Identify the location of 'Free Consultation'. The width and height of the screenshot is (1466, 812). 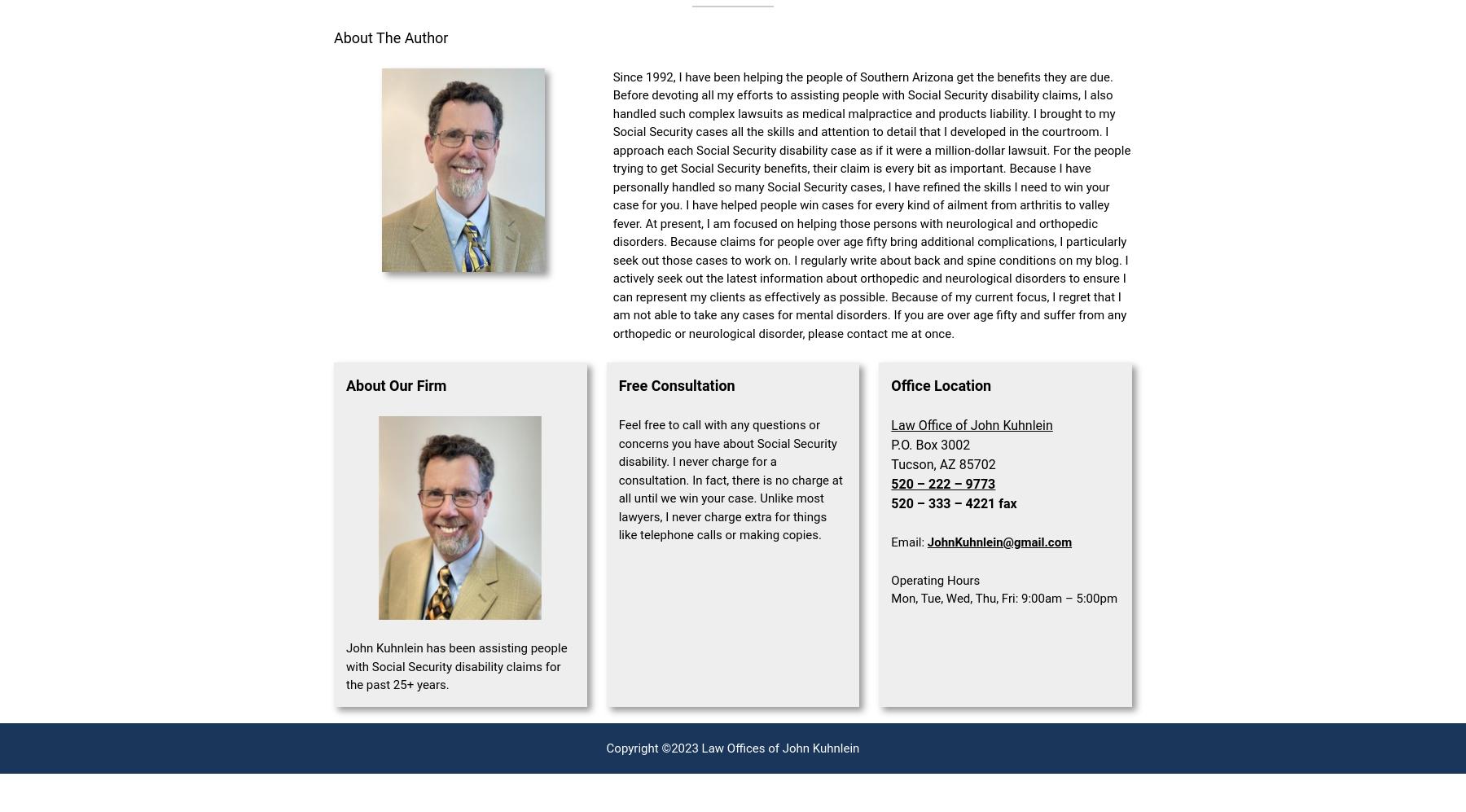
(676, 385).